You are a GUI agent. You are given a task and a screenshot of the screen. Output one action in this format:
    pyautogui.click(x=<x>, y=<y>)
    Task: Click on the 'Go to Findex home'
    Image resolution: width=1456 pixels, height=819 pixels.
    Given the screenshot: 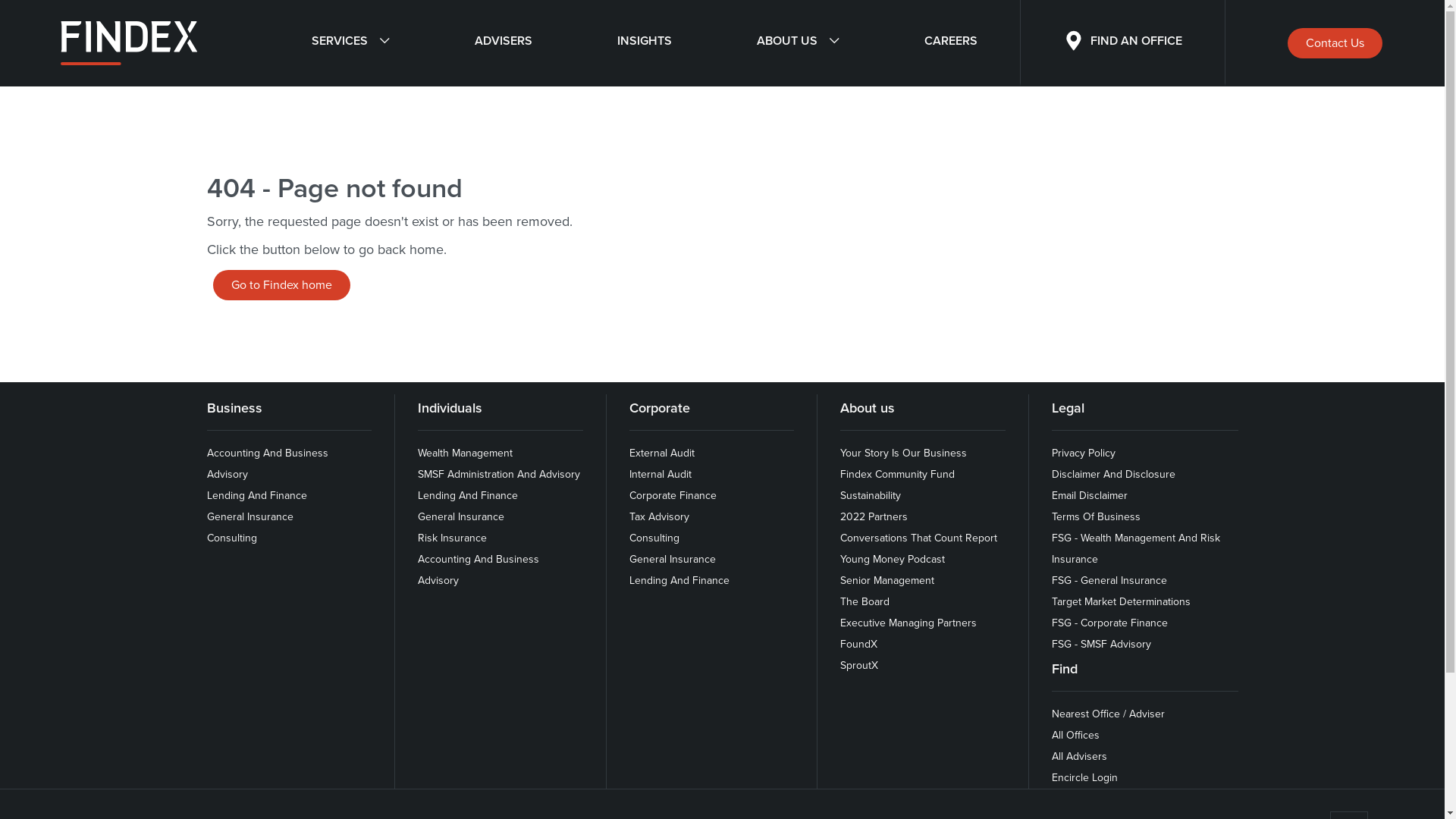 What is the action you would take?
    pyautogui.click(x=281, y=284)
    